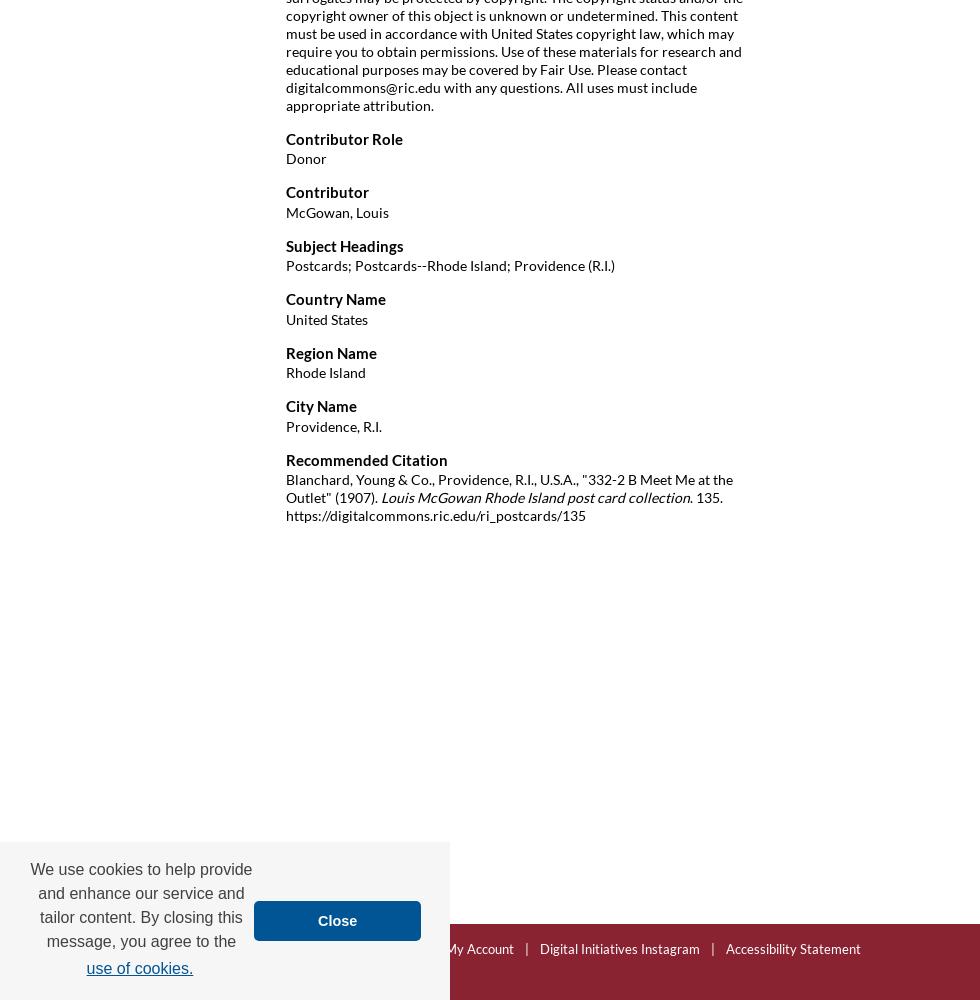 The height and width of the screenshot is (1000, 980). I want to click on 'use of cookies.', so click(139, 966).